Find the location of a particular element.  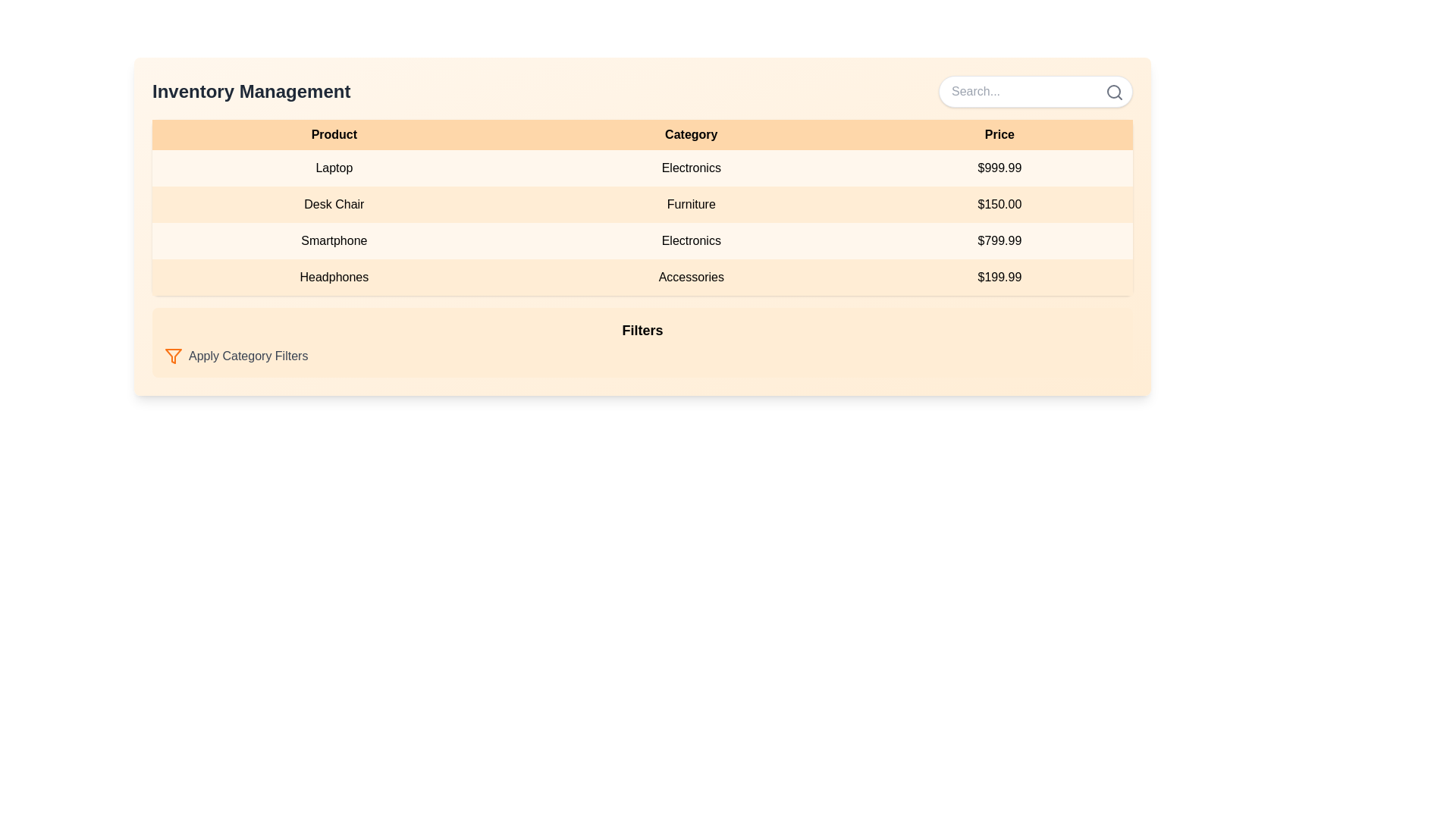

header text 'Product' from the bold header label displayed on a darker background bar at the top left of the table is located at coordinates (333, 133).